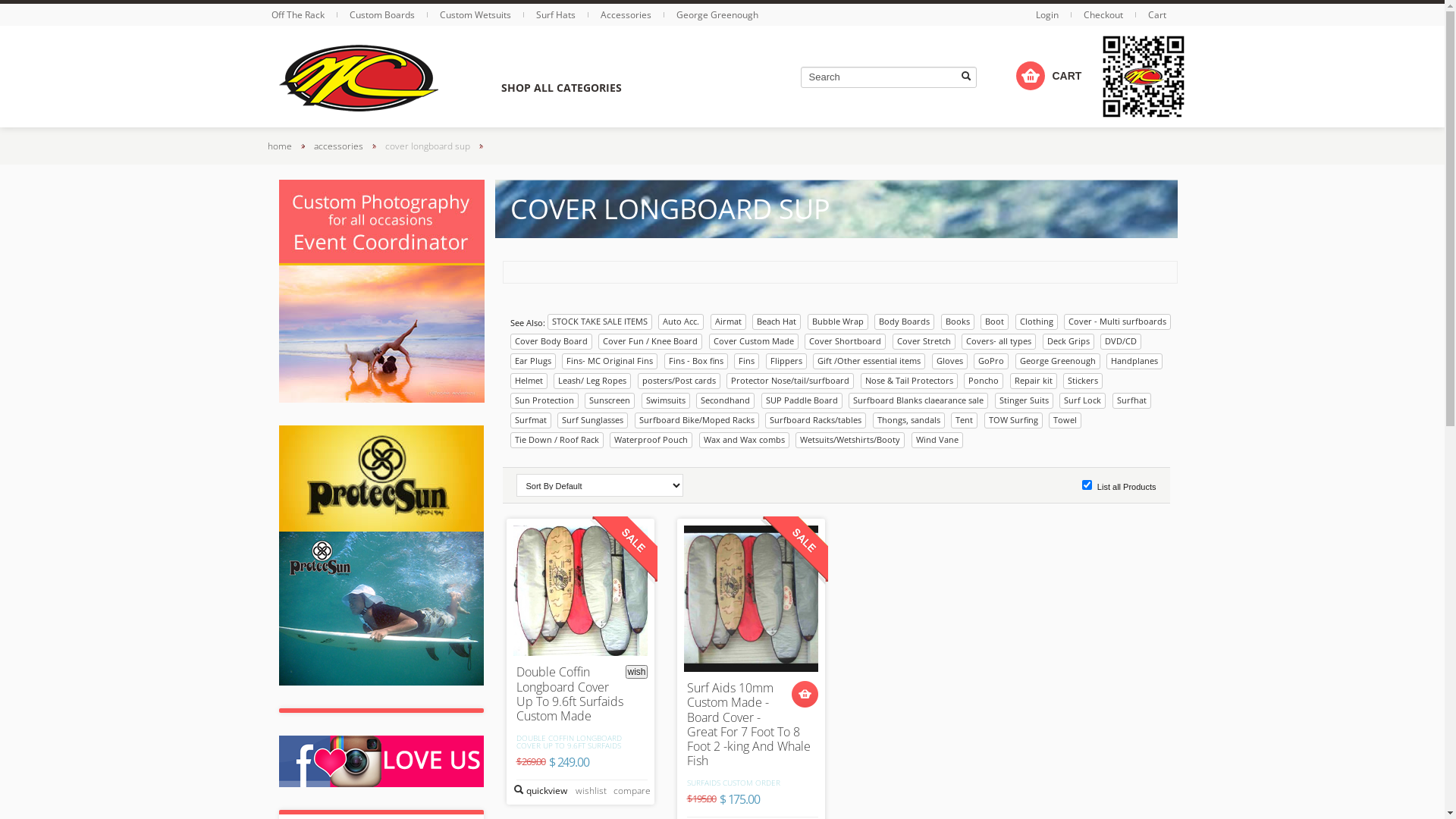  I want to click on 'Swimsuits', so click(641, 400).